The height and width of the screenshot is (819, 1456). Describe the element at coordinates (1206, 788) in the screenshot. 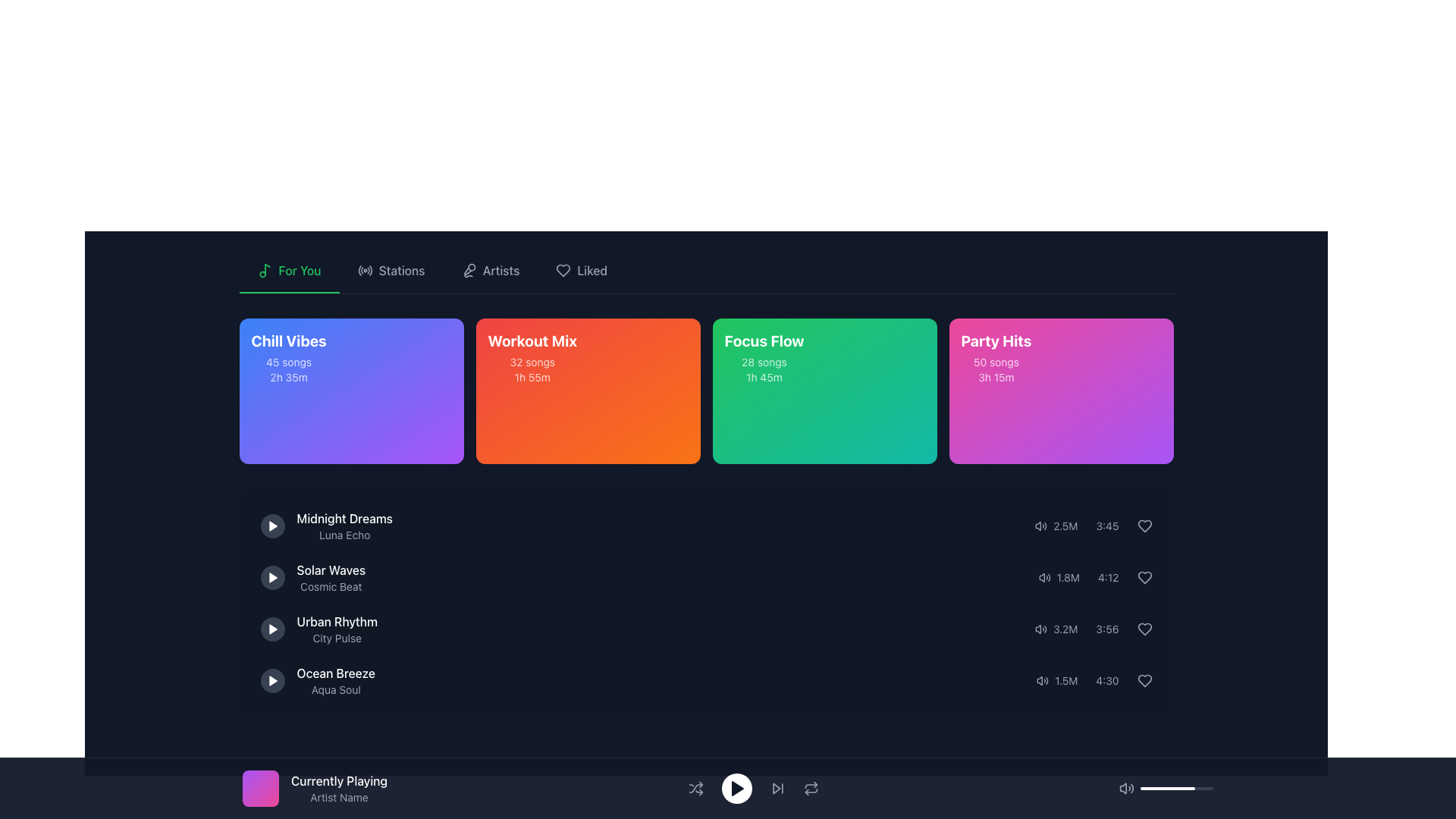

I see `the slider` at that location.